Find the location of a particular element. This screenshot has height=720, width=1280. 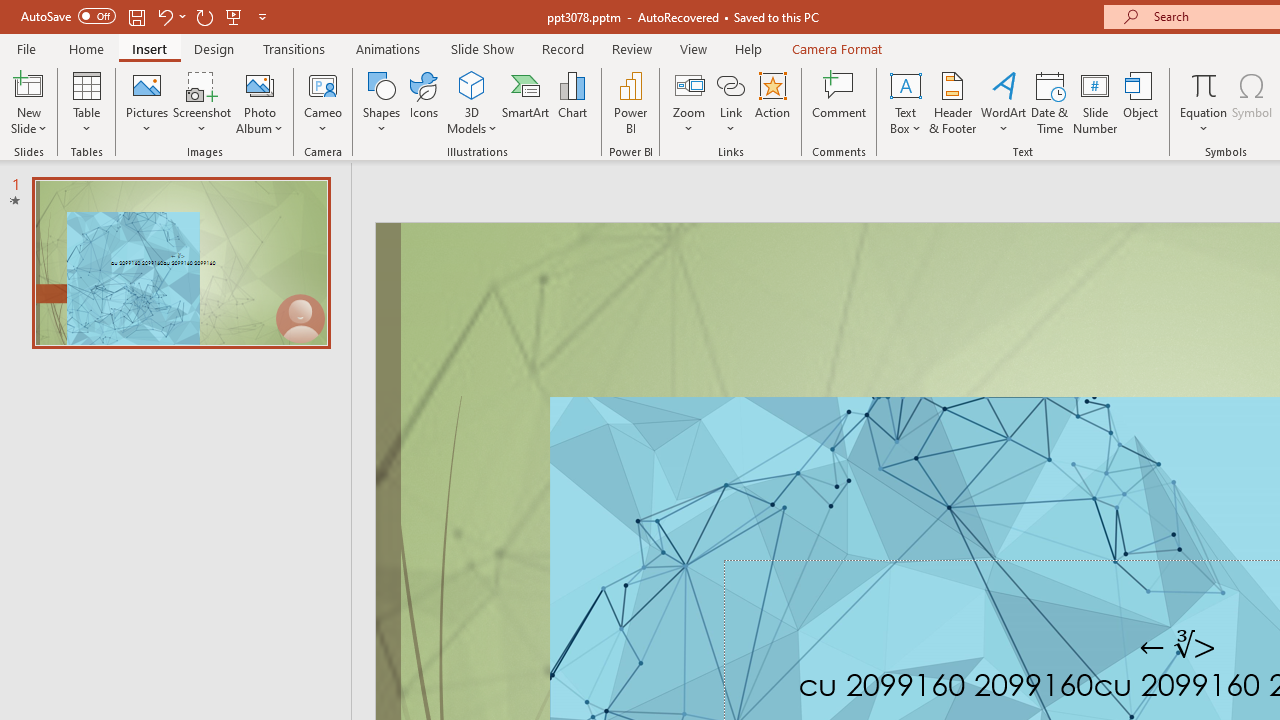

'Link' is located at coordinates (730, 103).